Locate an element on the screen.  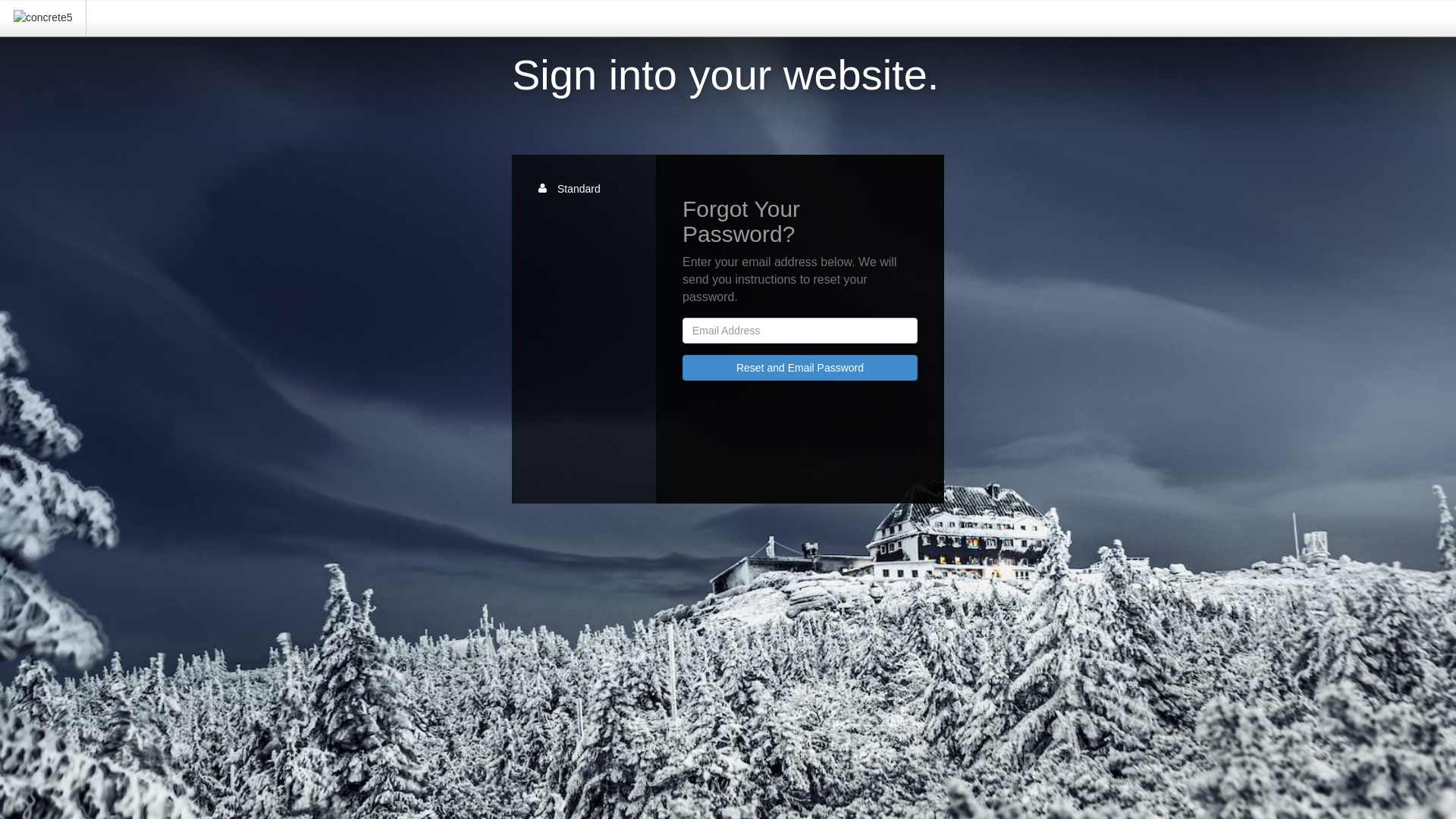
'concrete5' is located at coordinates (42, 17).